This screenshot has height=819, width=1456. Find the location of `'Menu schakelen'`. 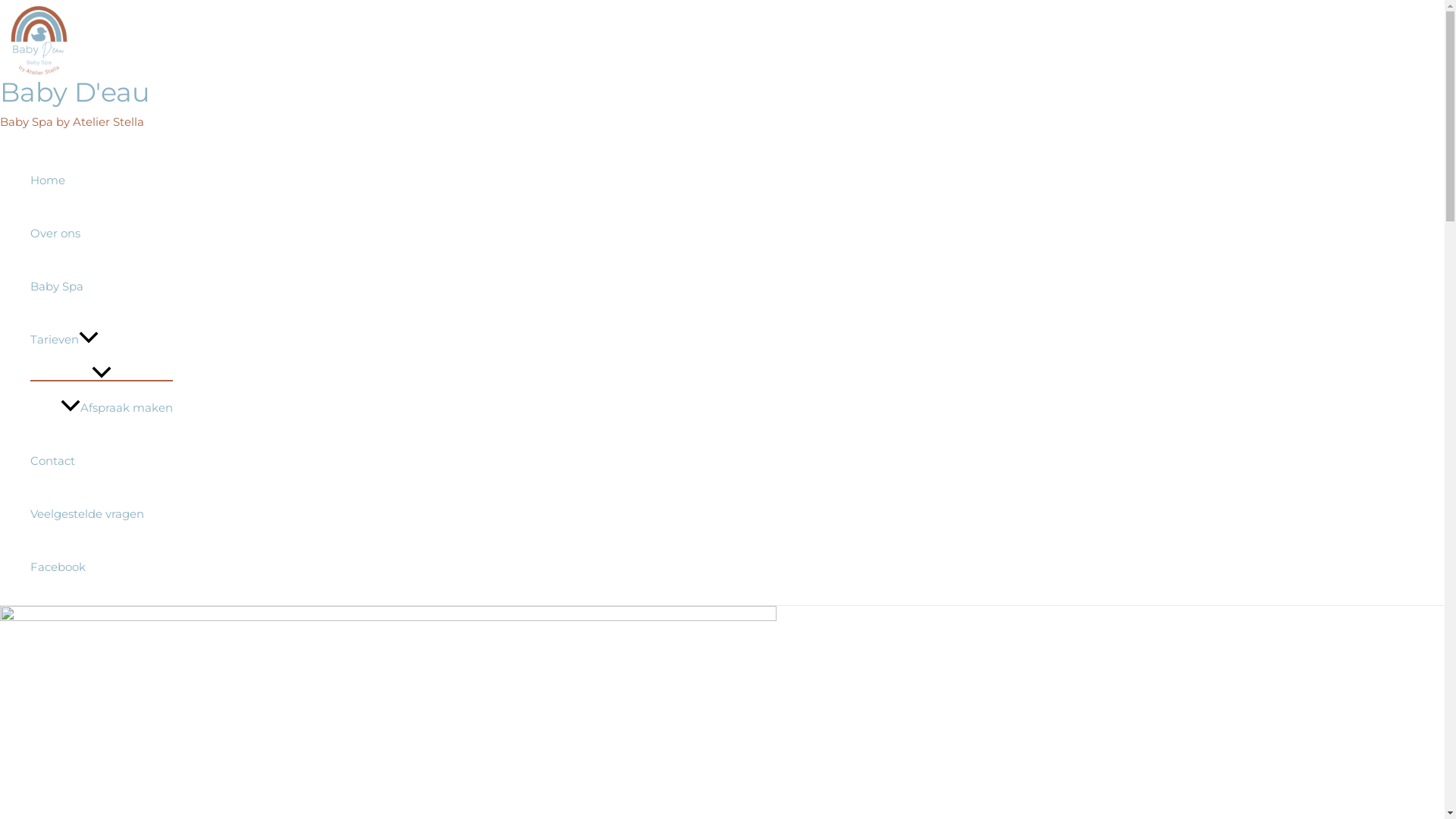

'Menu schakelen' is located at coordinates (101, 373).